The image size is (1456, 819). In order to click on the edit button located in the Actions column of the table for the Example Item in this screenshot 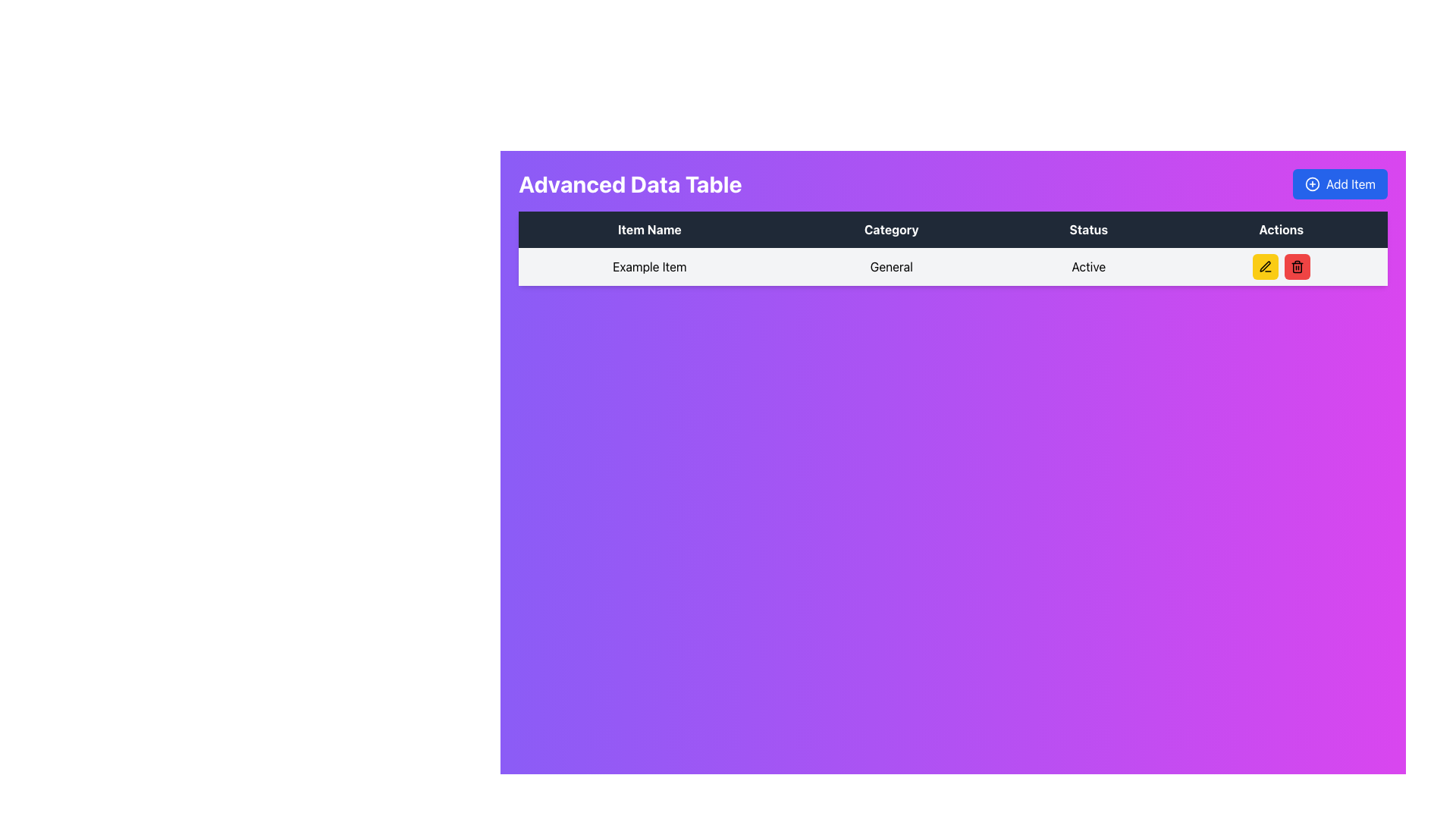, I will do `click(1265, 265)`.